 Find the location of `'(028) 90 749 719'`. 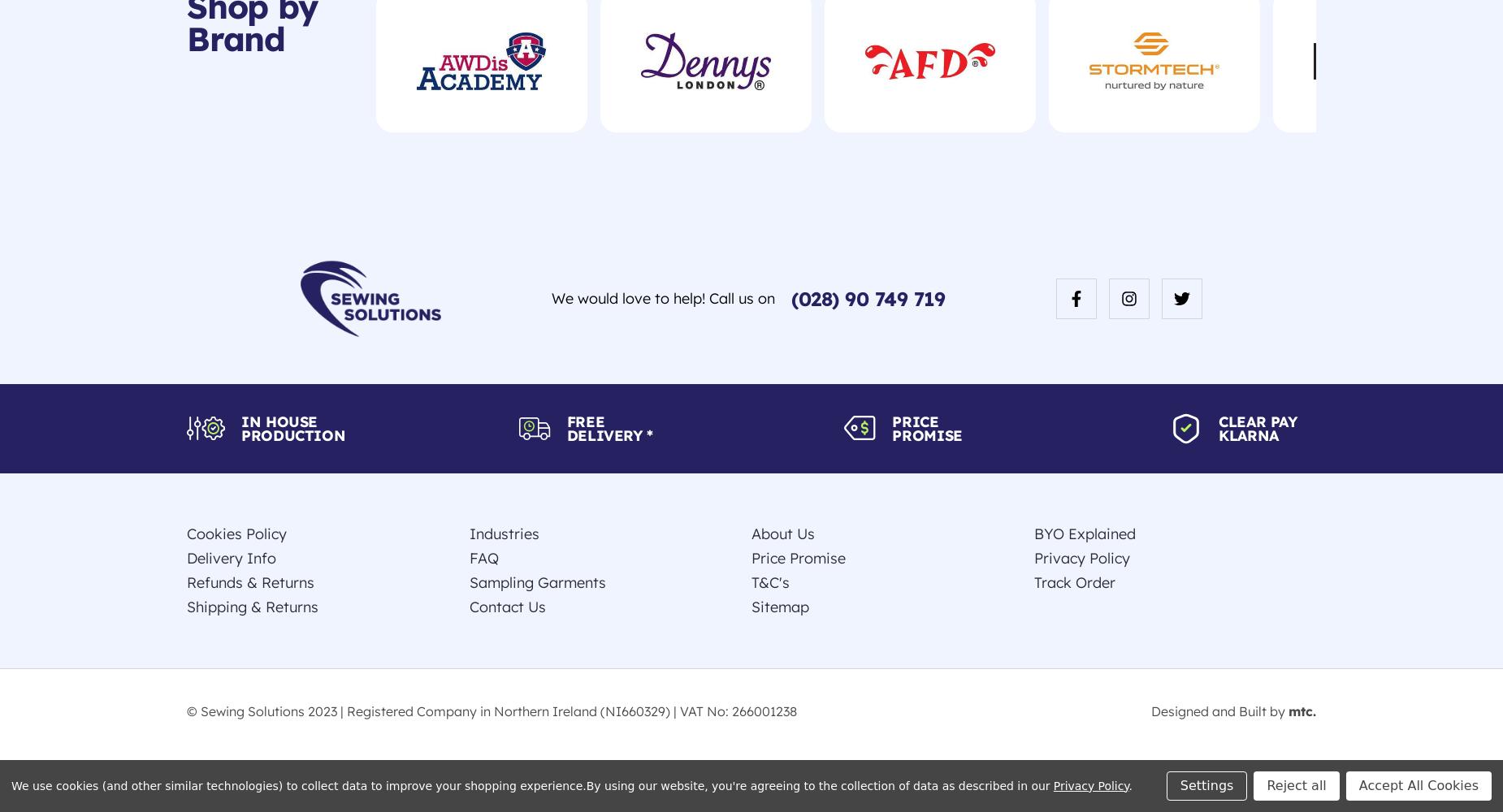

'(028) 90 749 719' is located at coordinates (867, 297).